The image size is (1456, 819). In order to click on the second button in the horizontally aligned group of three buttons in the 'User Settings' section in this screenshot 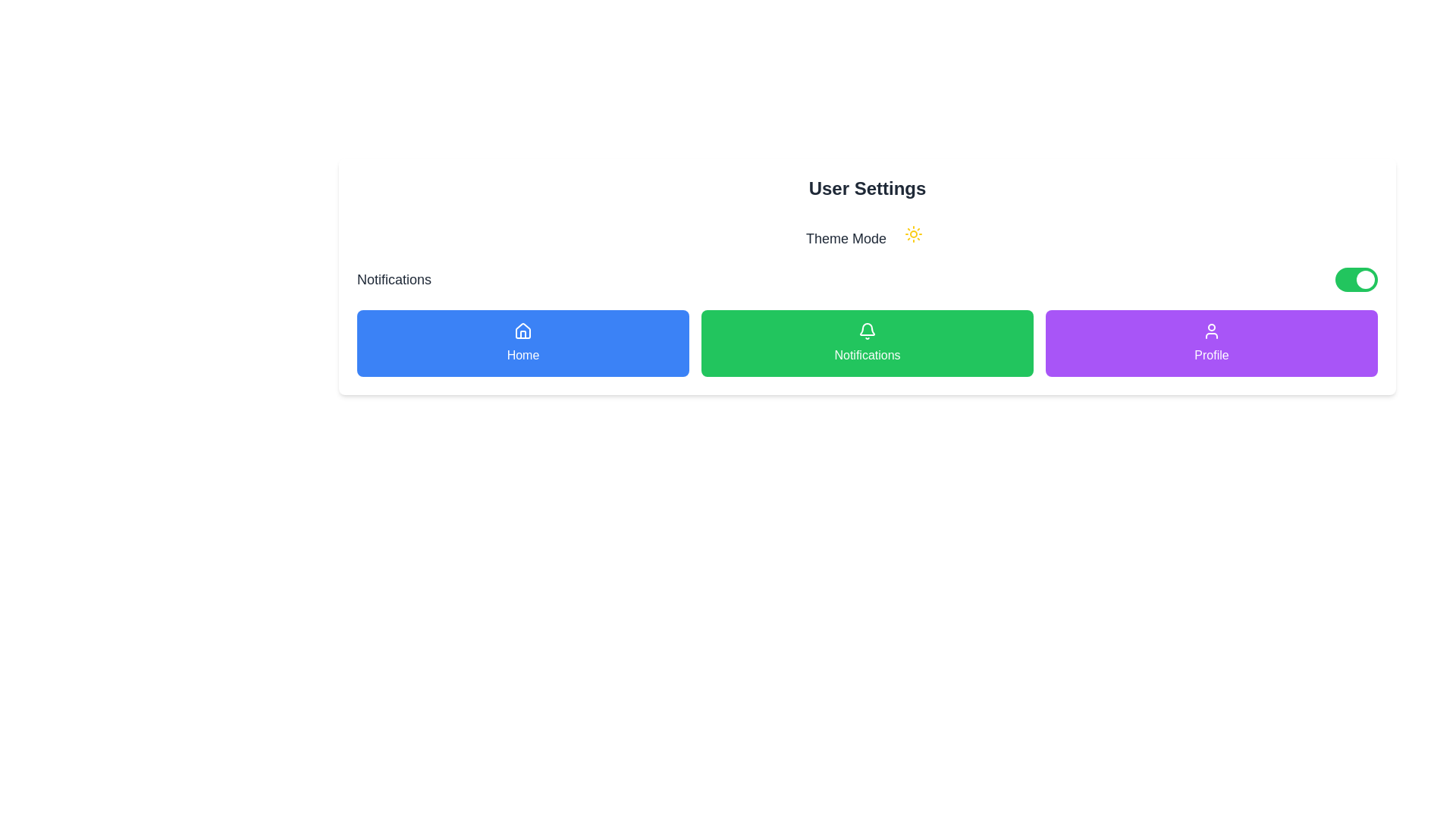, I will do `click(867, 343)`.